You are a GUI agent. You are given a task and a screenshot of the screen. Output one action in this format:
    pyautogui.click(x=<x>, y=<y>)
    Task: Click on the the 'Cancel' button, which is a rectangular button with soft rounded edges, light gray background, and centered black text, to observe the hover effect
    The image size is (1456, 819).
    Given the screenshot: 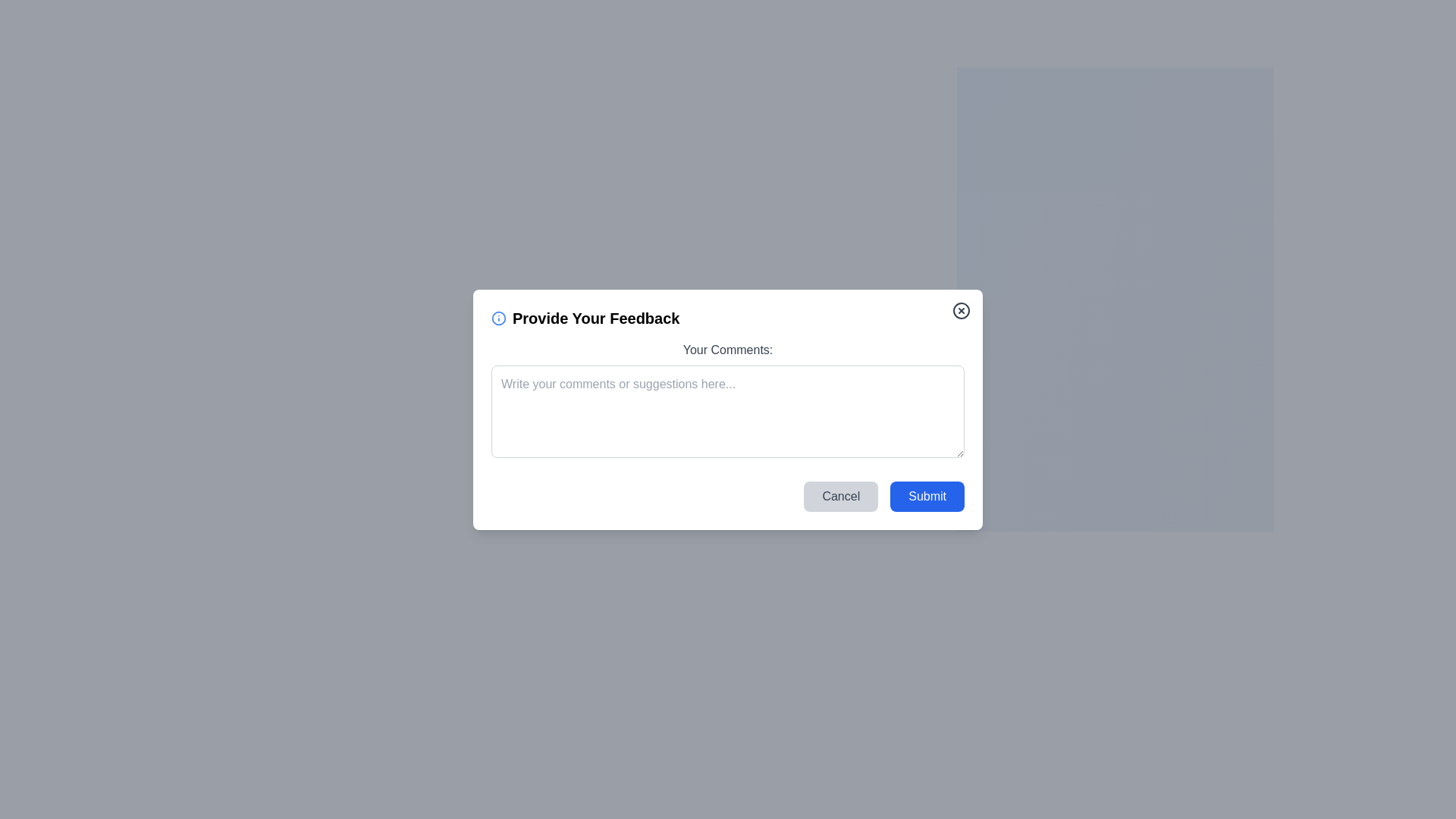 What is the action you would take?
    pyautogui.click(x=840, y=496)
    